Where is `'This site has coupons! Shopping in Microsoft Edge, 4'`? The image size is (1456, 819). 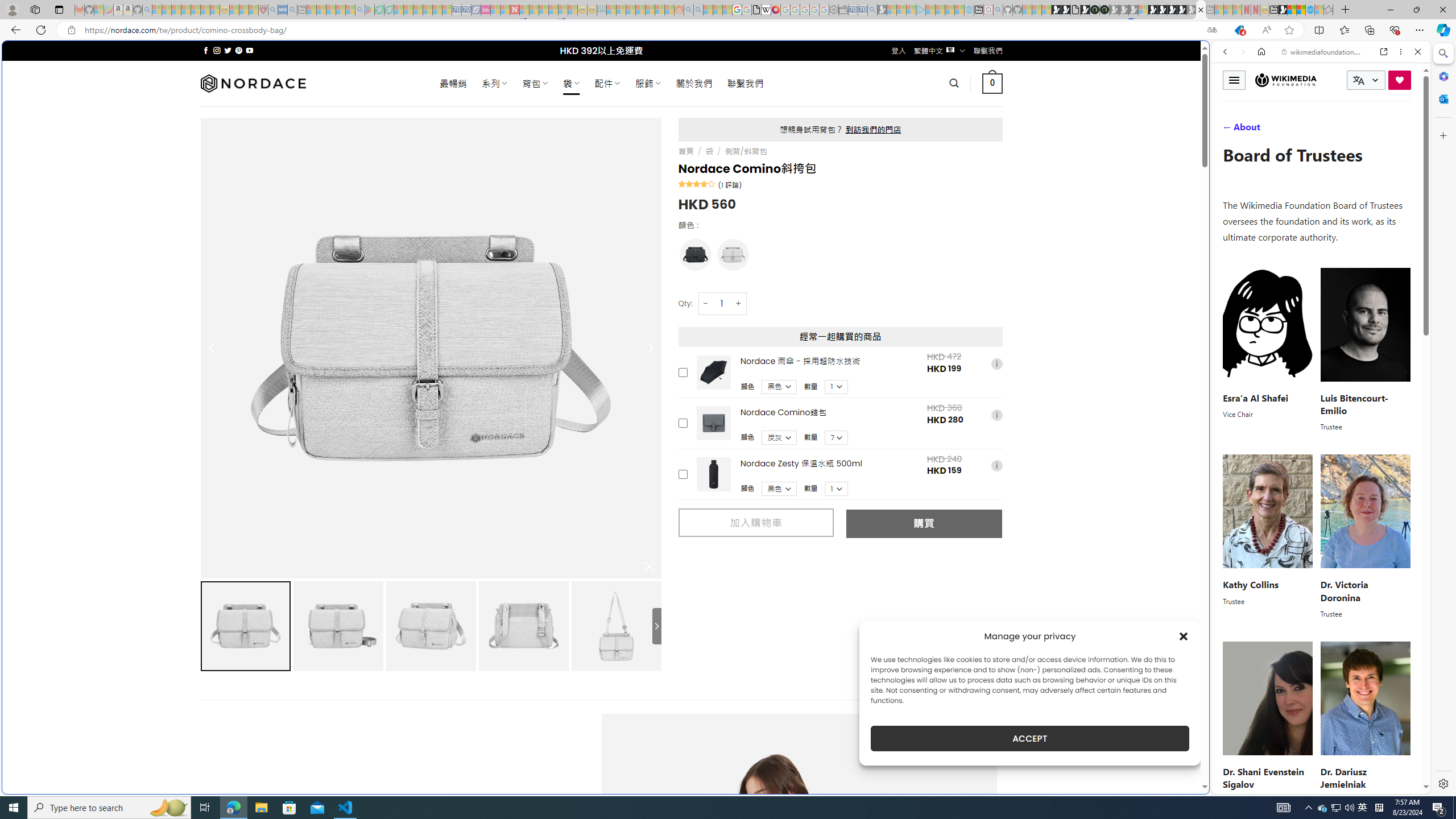 'This site has coupons! Shopping in Microsoft Edge, 4' is located at coordinates (1238, 30).